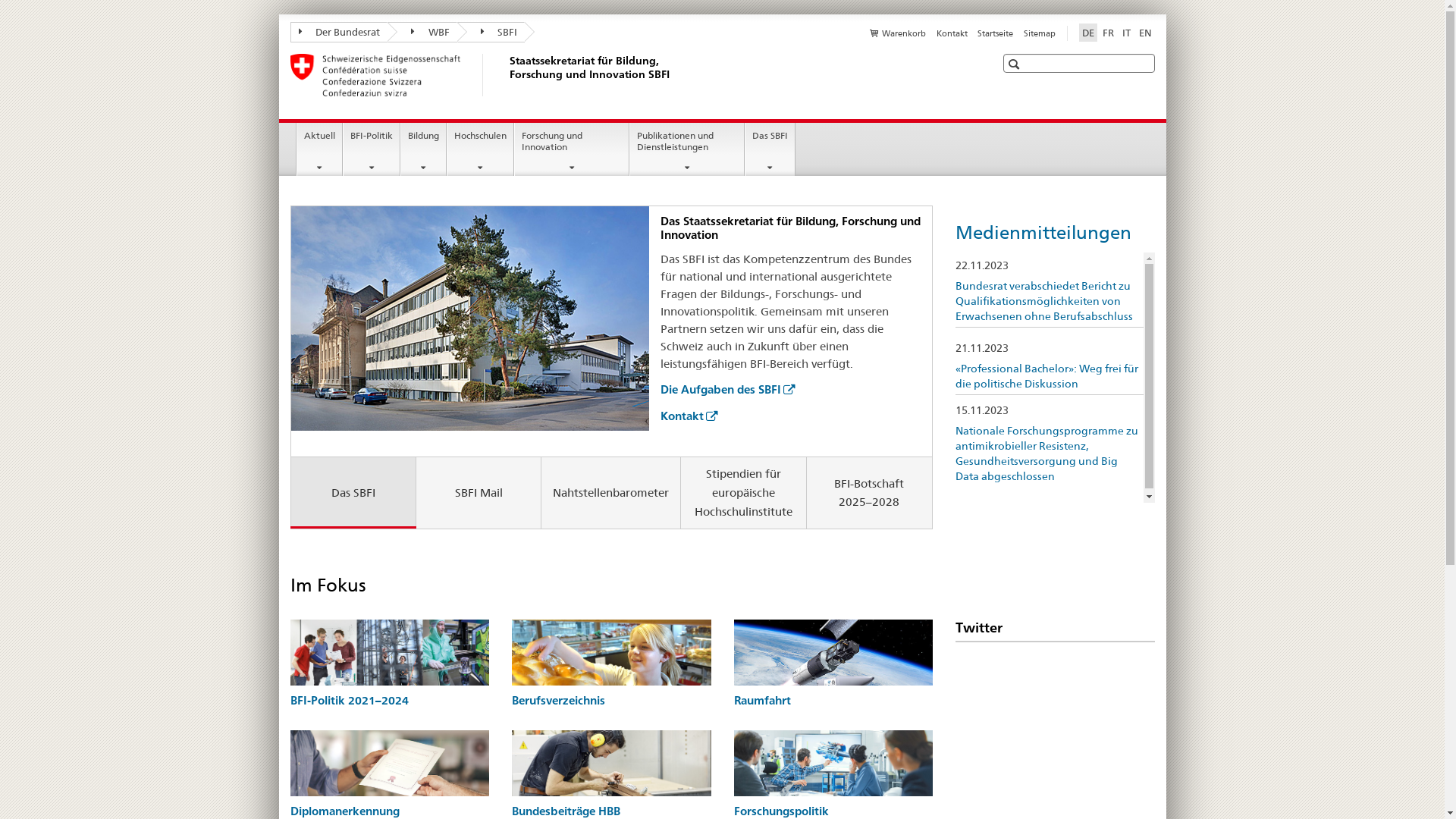  I want to click on 'SBFI', so click(455, 32).